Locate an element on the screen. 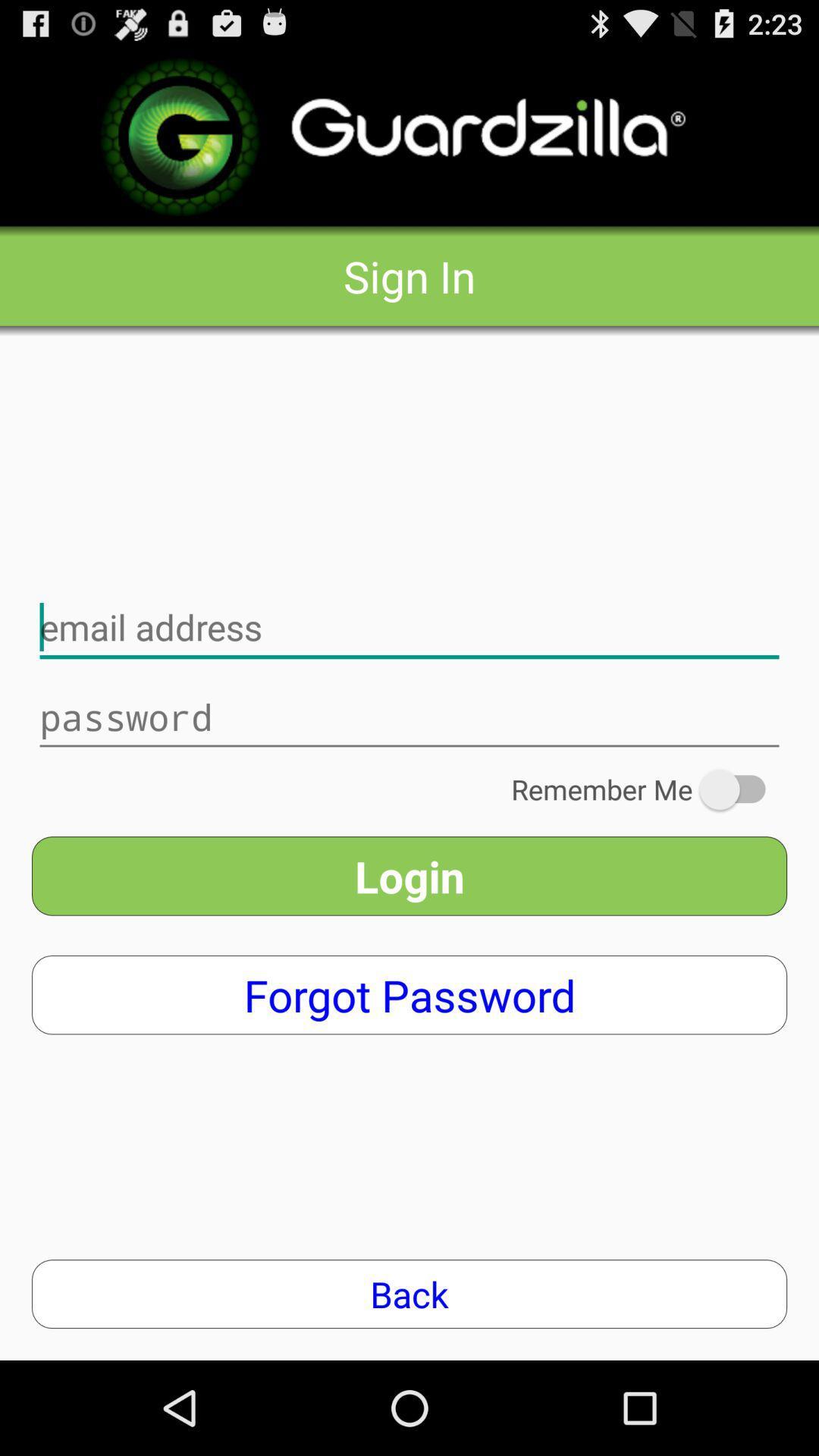 The width and height of the screenshot is (819, 1456). the item below remember me icon is located at coordinates (409, 876).